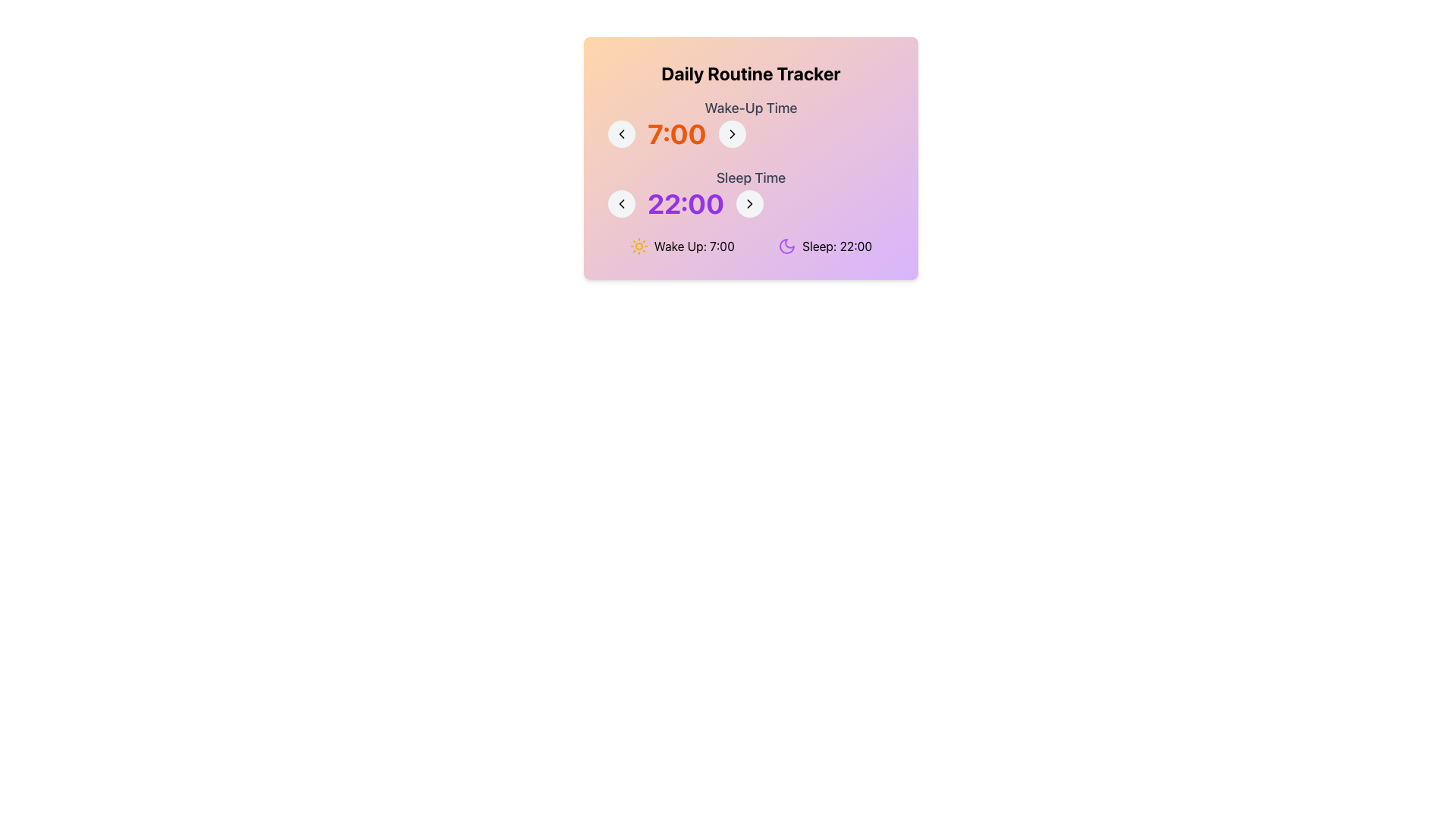 The width and height of the screenshot is (1456, 819). Describe the element at coordinates (751, 73) in the screenshot. I see `the header text element, which serves as the title for the interface and is centrally positioned above the 'Wake-Up Time' and 'Sleep Time' sections` at that location.